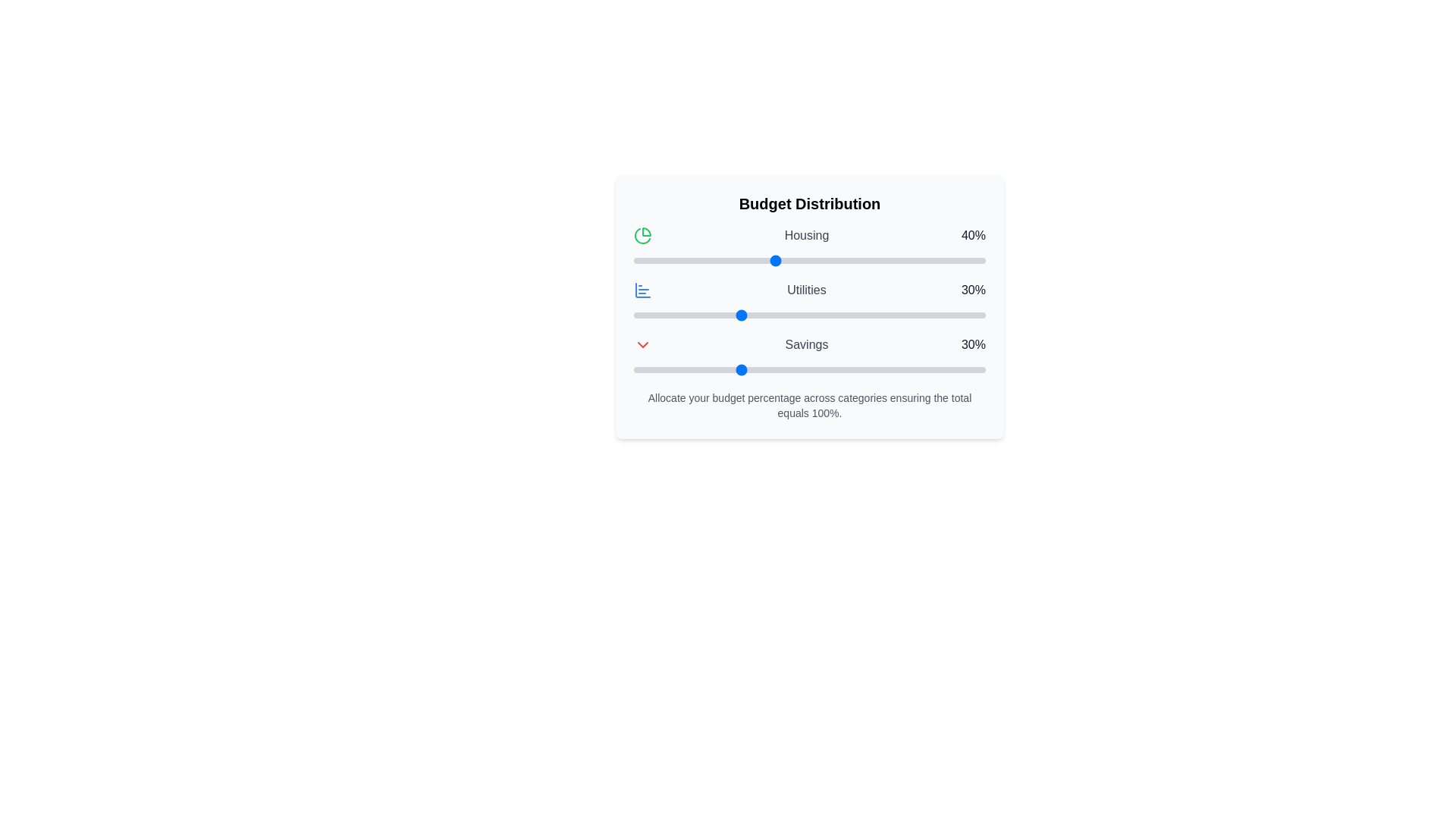  What do you see at coordinates (689, 315) in the screenshot?
I see `the slider value` at bounding box center [689, 315].